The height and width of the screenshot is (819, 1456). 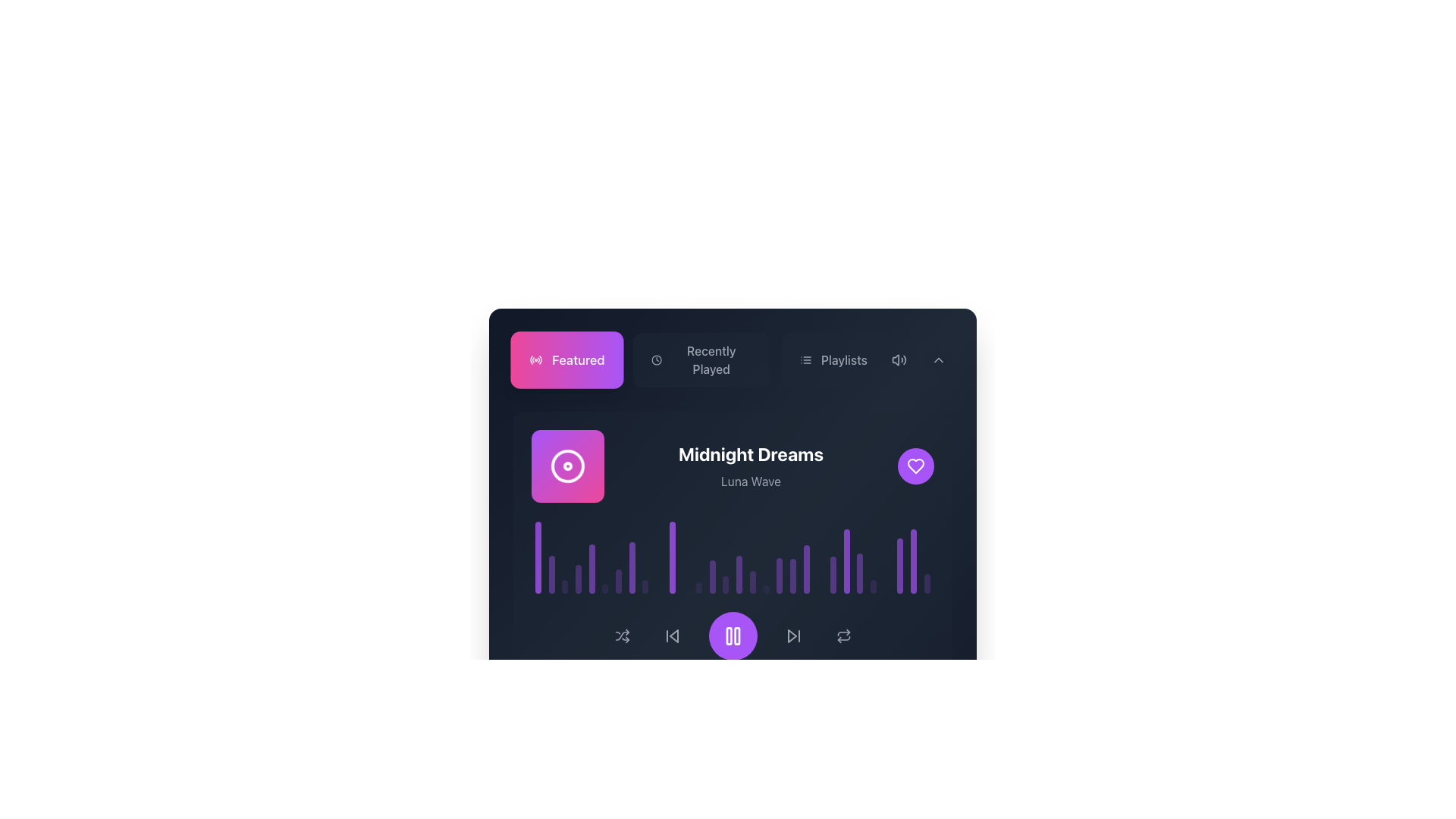 What do you see at coordinates (926, 582) in the screenshot?
I see `the last bar in the vertical bar chart located near the center-bottom of the main card interface` at bounding box center [926, 582].